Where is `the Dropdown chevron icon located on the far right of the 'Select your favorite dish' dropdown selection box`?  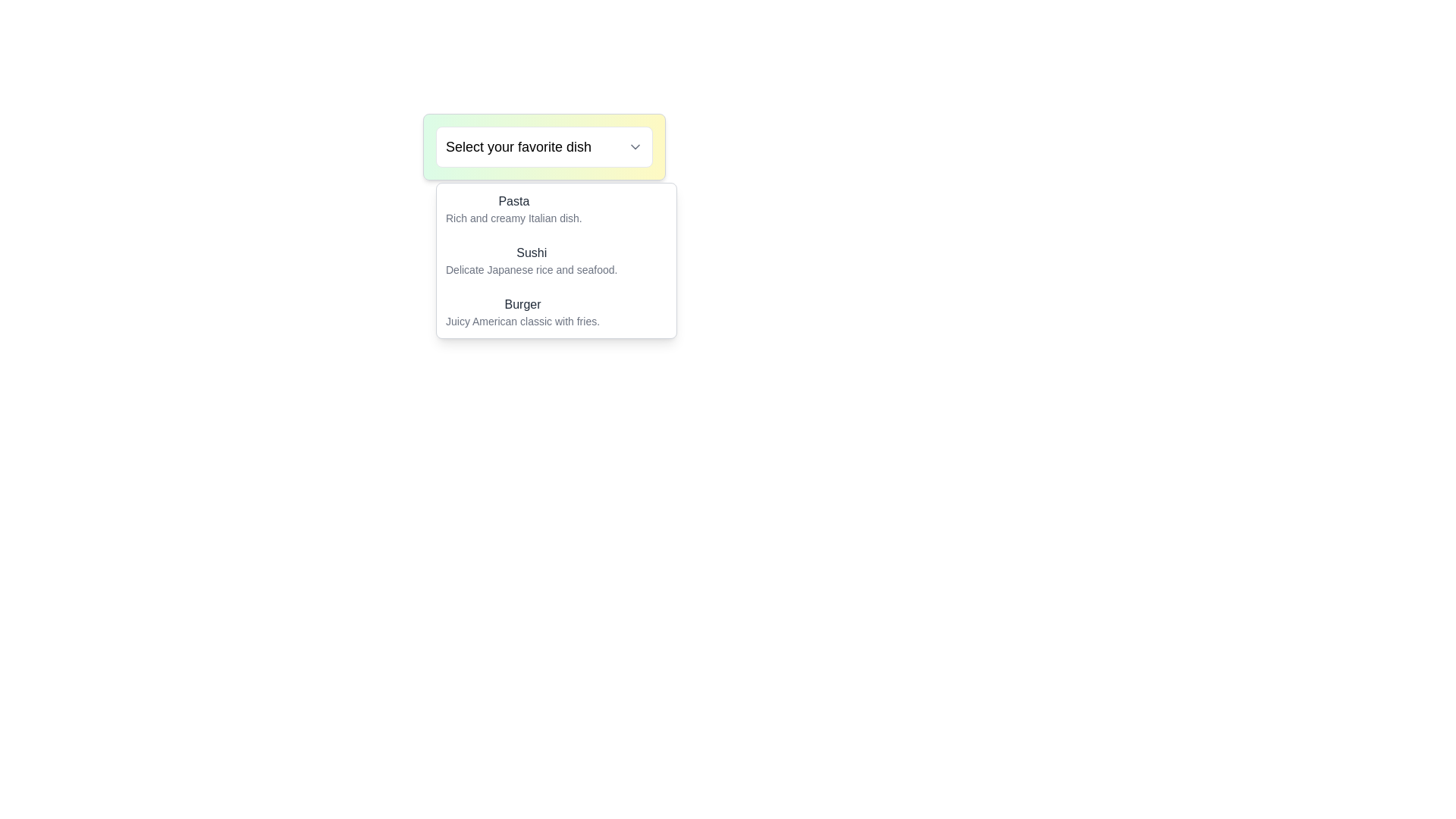 the Dropdown chevron icon located on the far right of the 'Select your favorite dish' dropdown selection box is located at coordinates (635, 146).